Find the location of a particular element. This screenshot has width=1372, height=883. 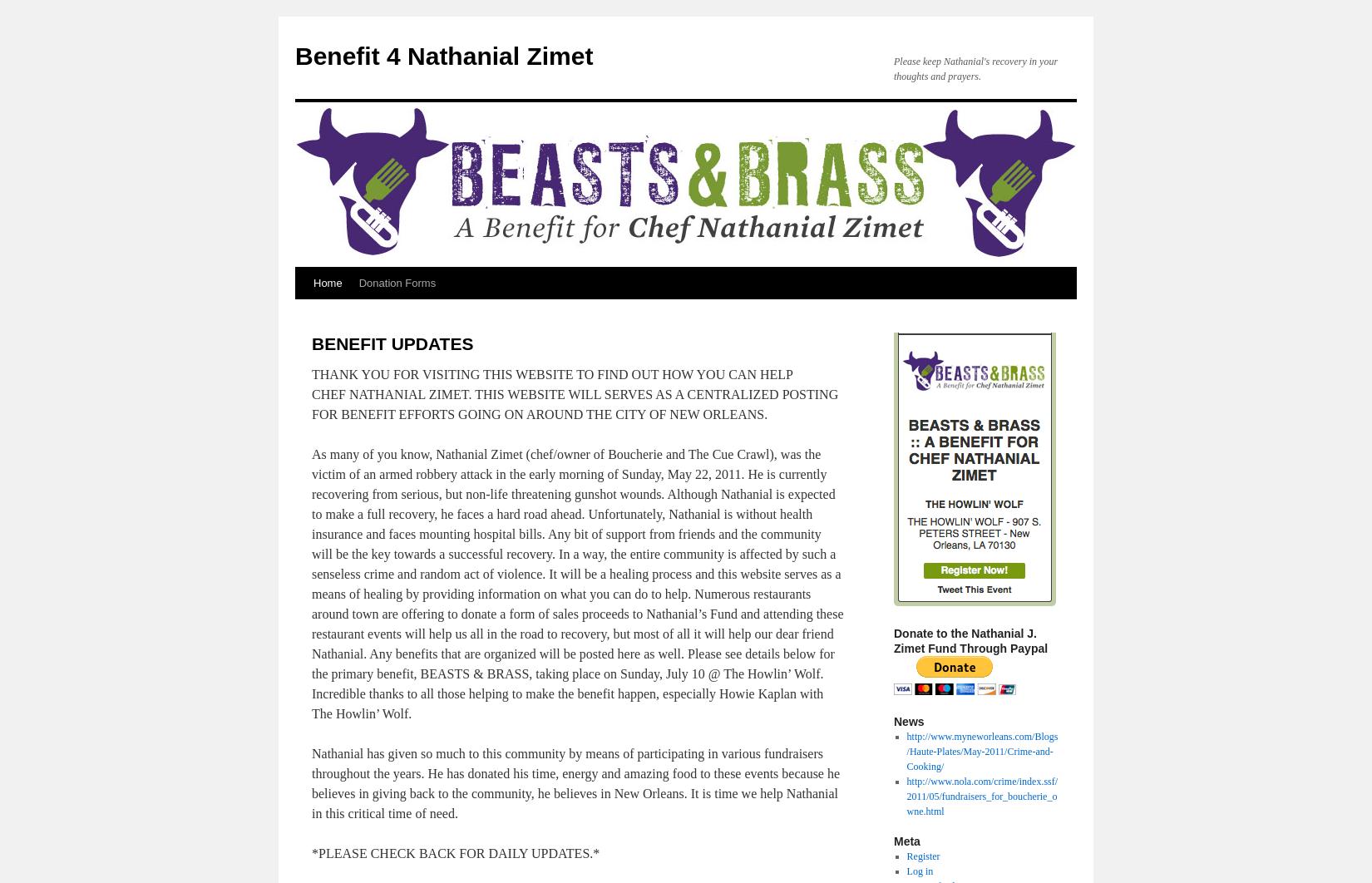

'News' is located at coordinates (908, 720).